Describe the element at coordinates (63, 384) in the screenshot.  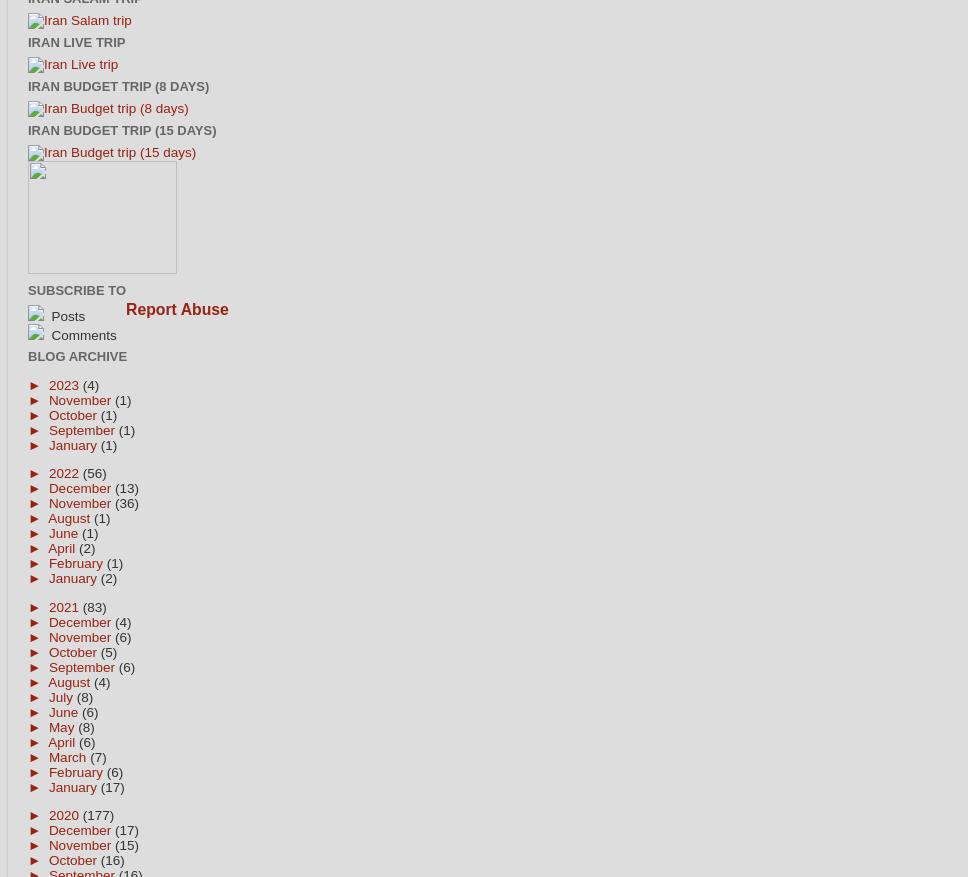
I see `'2023'` at that location.